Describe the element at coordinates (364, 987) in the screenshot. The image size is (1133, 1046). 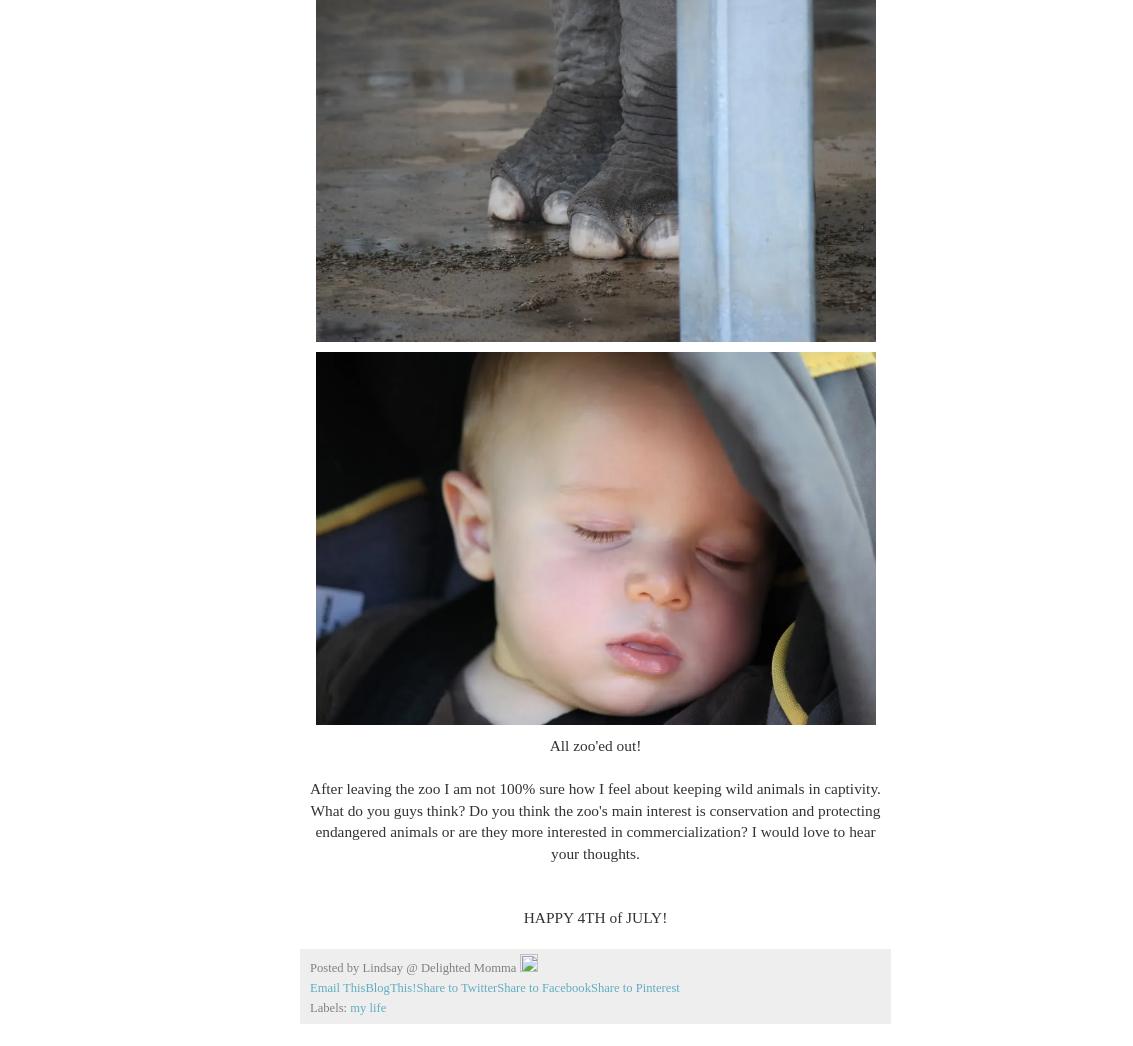
I see `'BlogThis!'` at that location.